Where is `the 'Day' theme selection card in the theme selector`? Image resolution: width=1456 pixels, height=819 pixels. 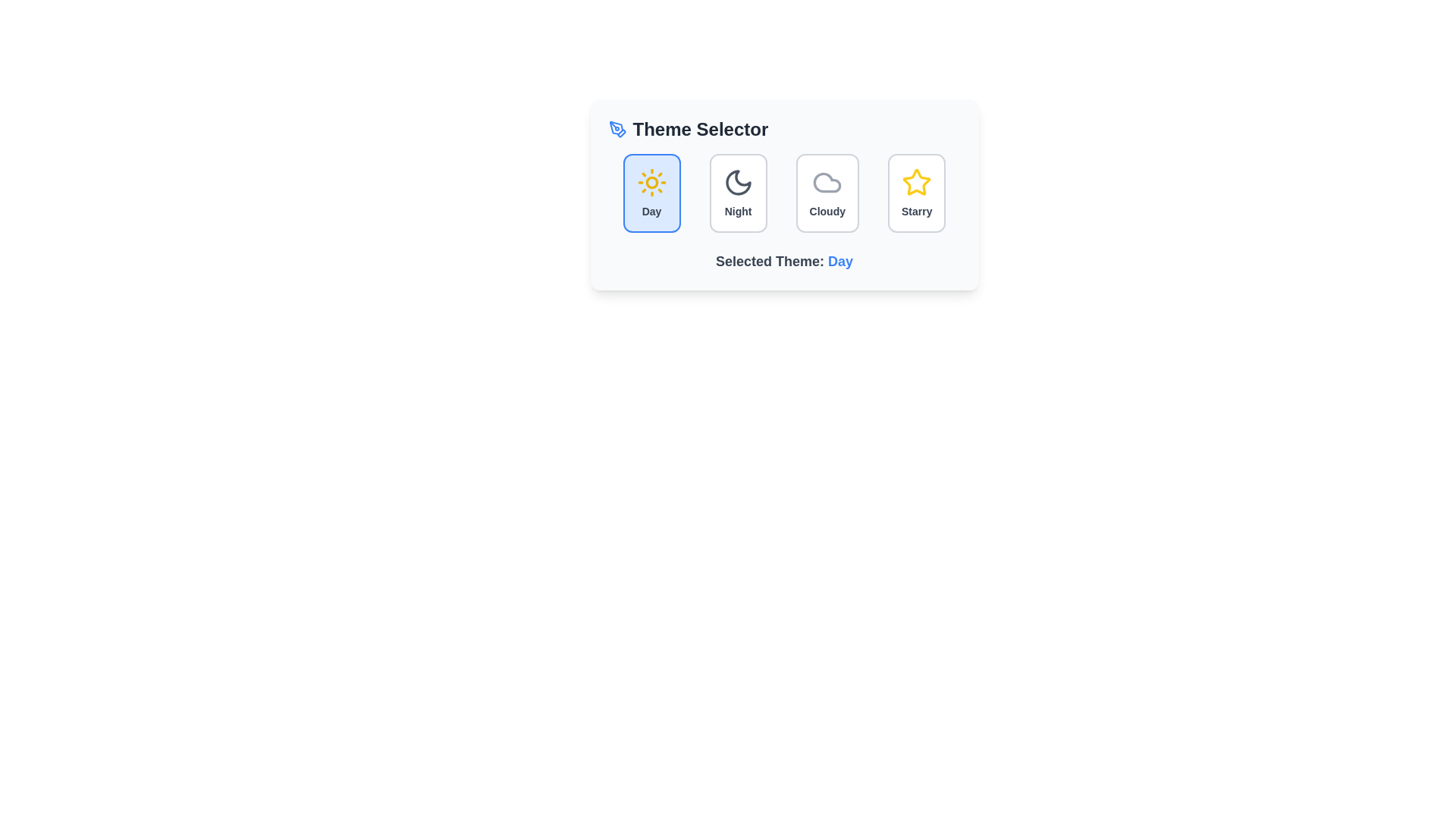
the 'Day' theme selection card in the theme selector is located at coordinates (651, 192).